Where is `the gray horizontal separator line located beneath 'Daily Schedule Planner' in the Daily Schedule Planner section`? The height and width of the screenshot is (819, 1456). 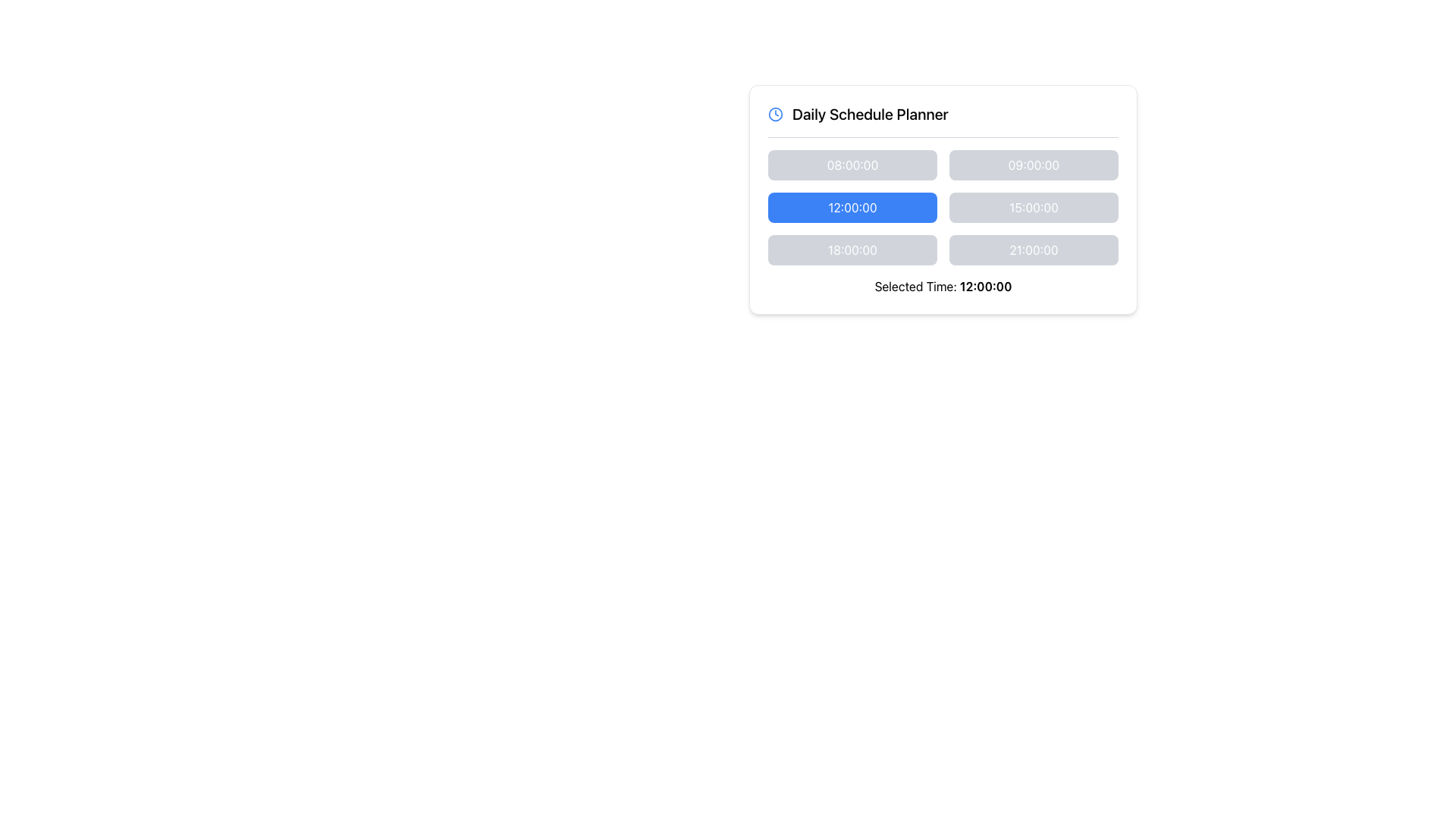
the gray horizontal separator line located beneath 'Daily Schedule Planner' in the Daily Schedule Planner section is located at coordinates (942, 137).